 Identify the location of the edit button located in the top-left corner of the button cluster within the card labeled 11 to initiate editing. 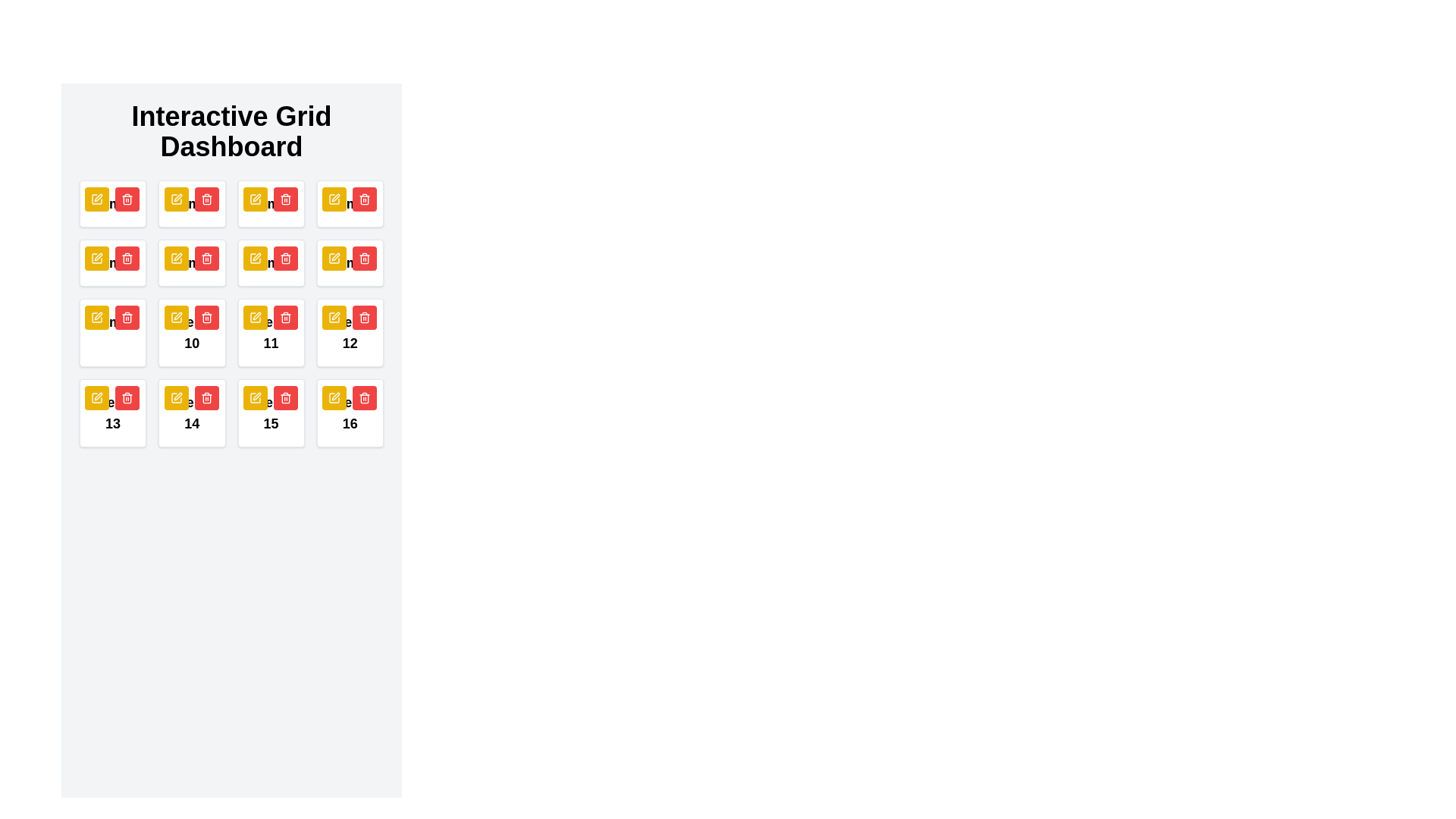
(255, 257).